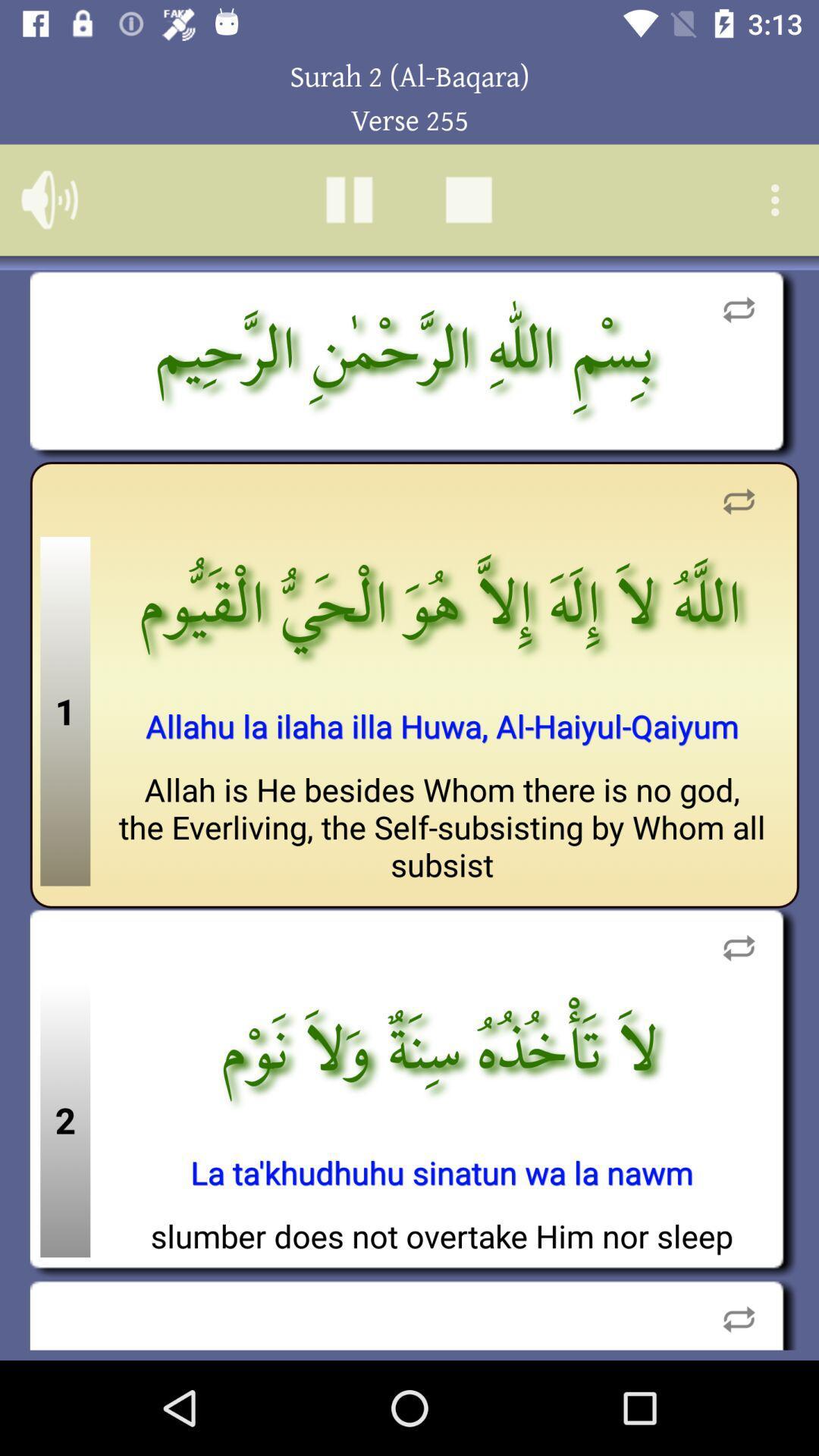 The width and height of the screenshot is (819, 1456). What do you see at coordinates (738, 1313) in the screenshot?
I see `continuous play` at bounding box center [738, 1313].